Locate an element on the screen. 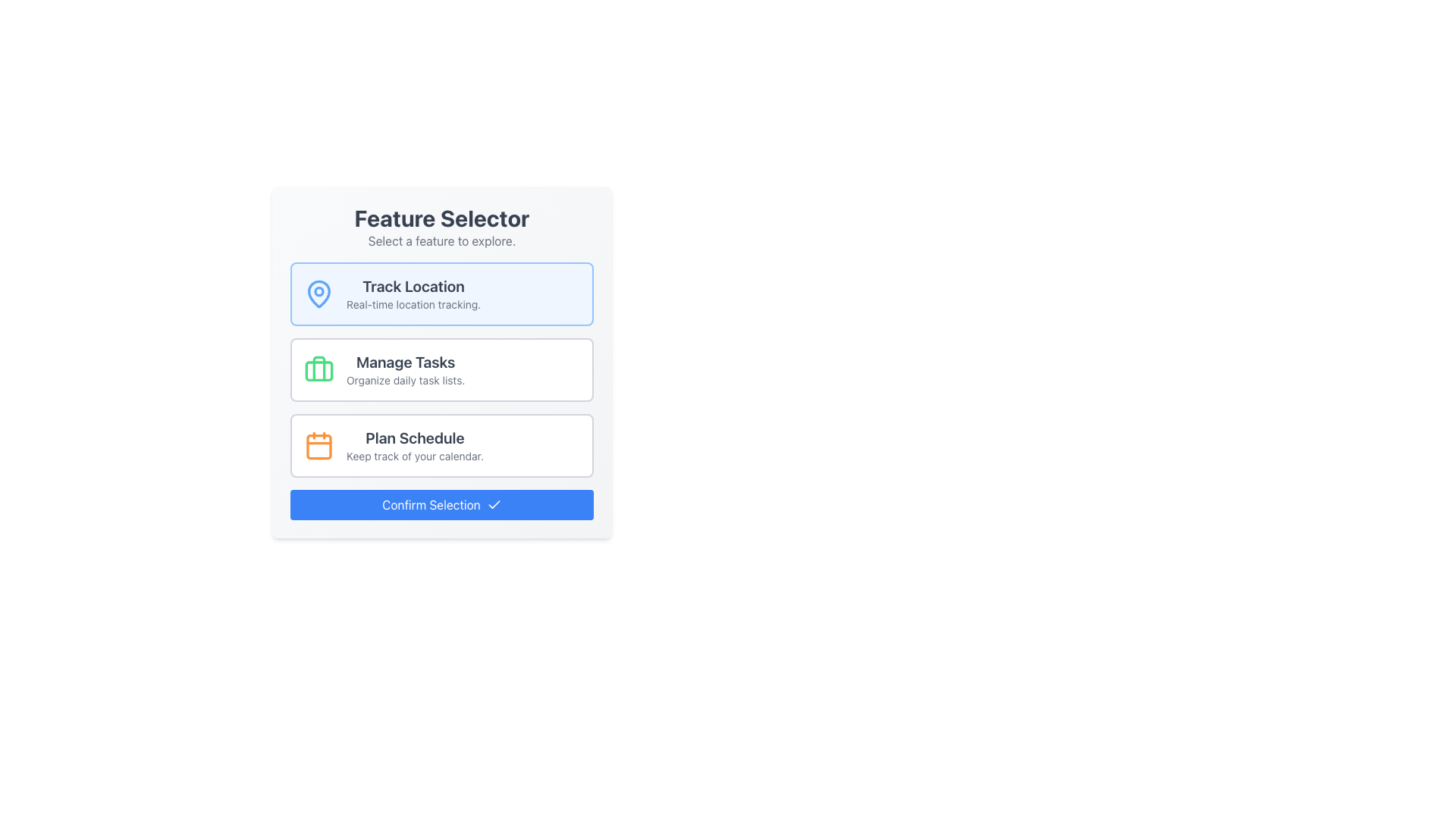 The height and width of the screenshot is (819, 1456). the descriptive text element that provides additional information about the 'Plan Schedule' heading, positioned below it and to the right of the orange calendar icon is located at coordinates (415, 455).